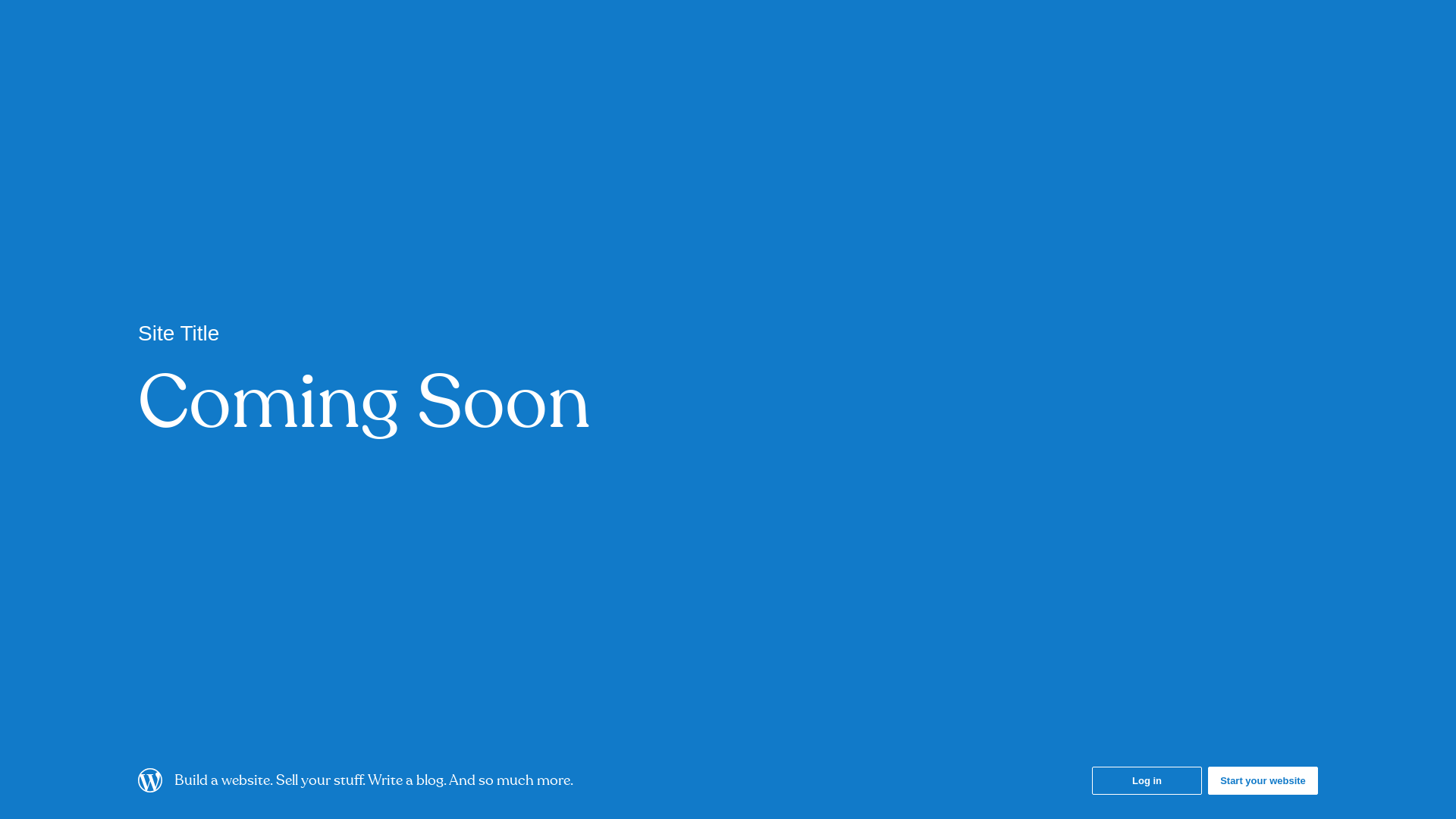 The image size is (1456, 819). Describe the element at coordinates (1147, 780) in the screenshot. I see `'Log in'` at that location.